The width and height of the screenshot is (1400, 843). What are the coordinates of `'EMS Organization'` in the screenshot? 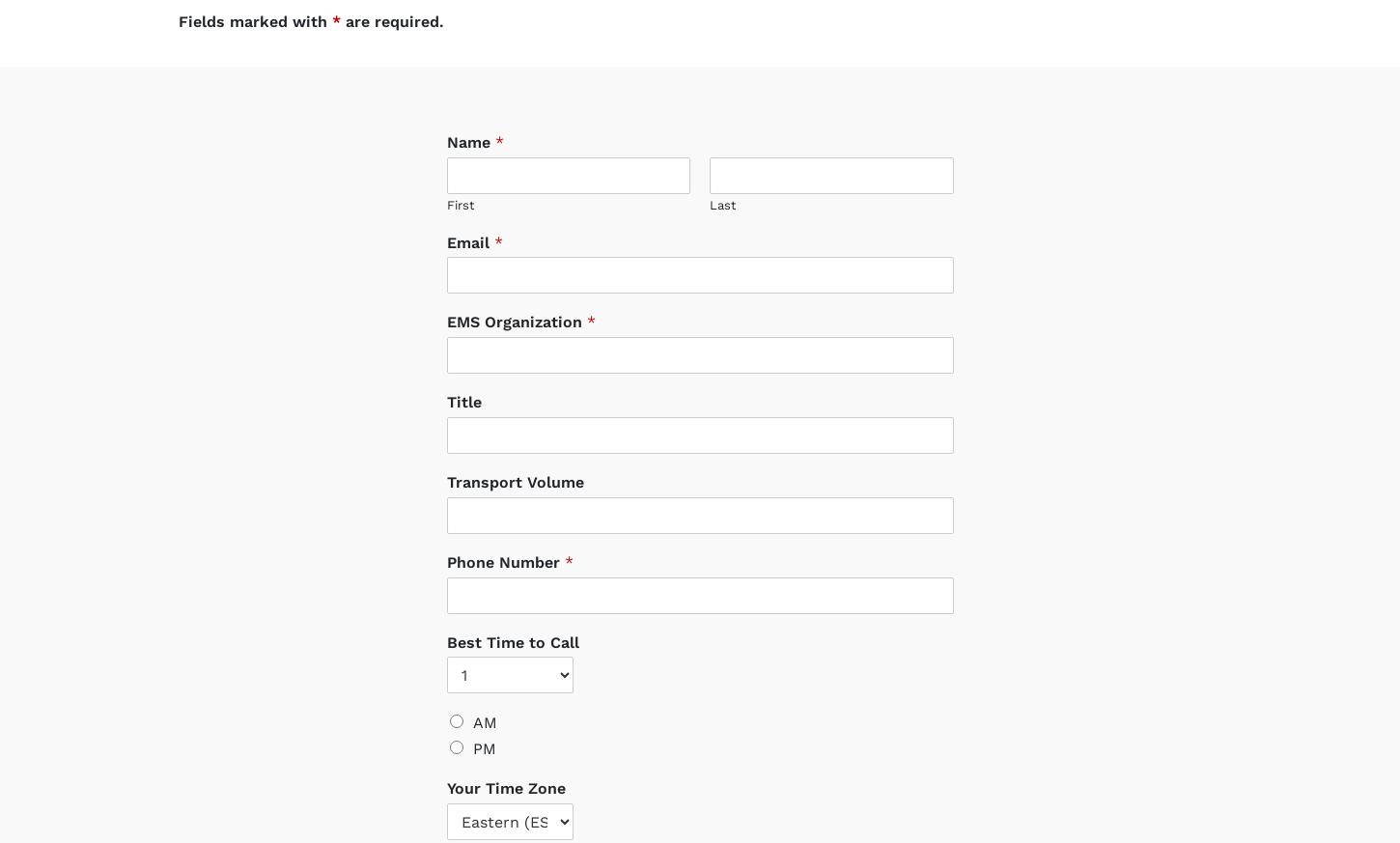 It's located at (516, 303).